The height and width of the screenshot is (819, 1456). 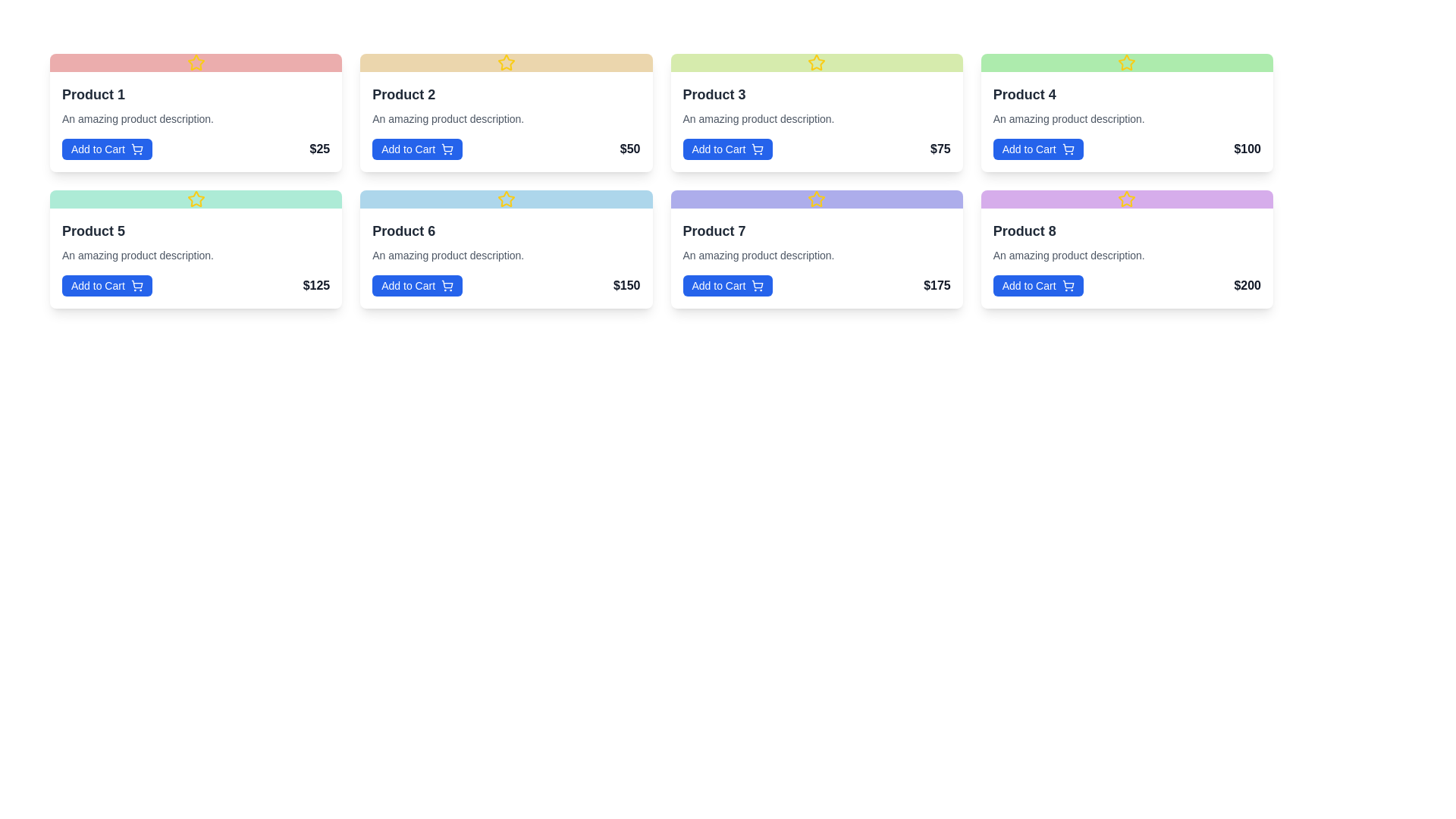 What do you see at coordinates (758, 149) in the screenshot?
I see `the icon next to the 'Add to Cart' text for Product 3 to initiate adding the product to the shopping cart` at bounding box center [758, 149].